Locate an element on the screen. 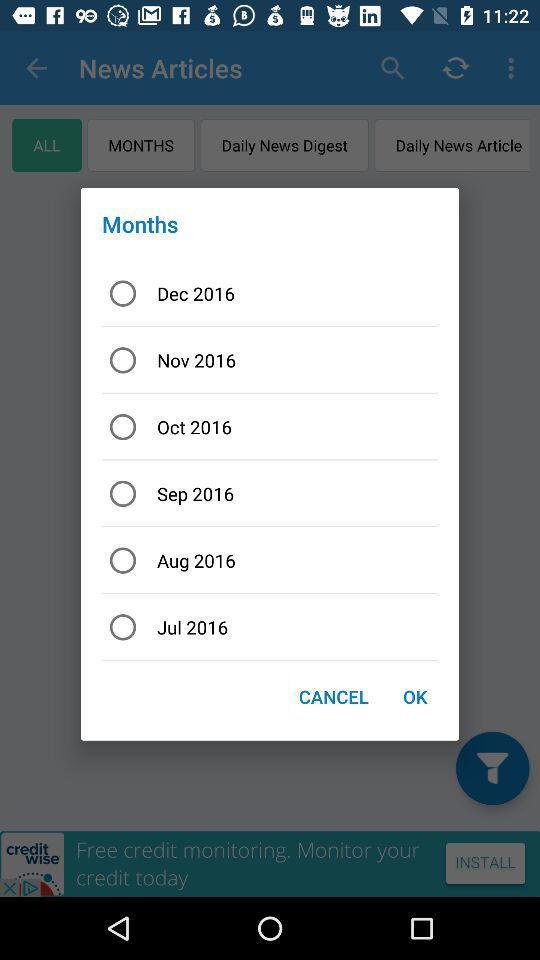  the icon above cancel icon is located at coordinates (270, 626).